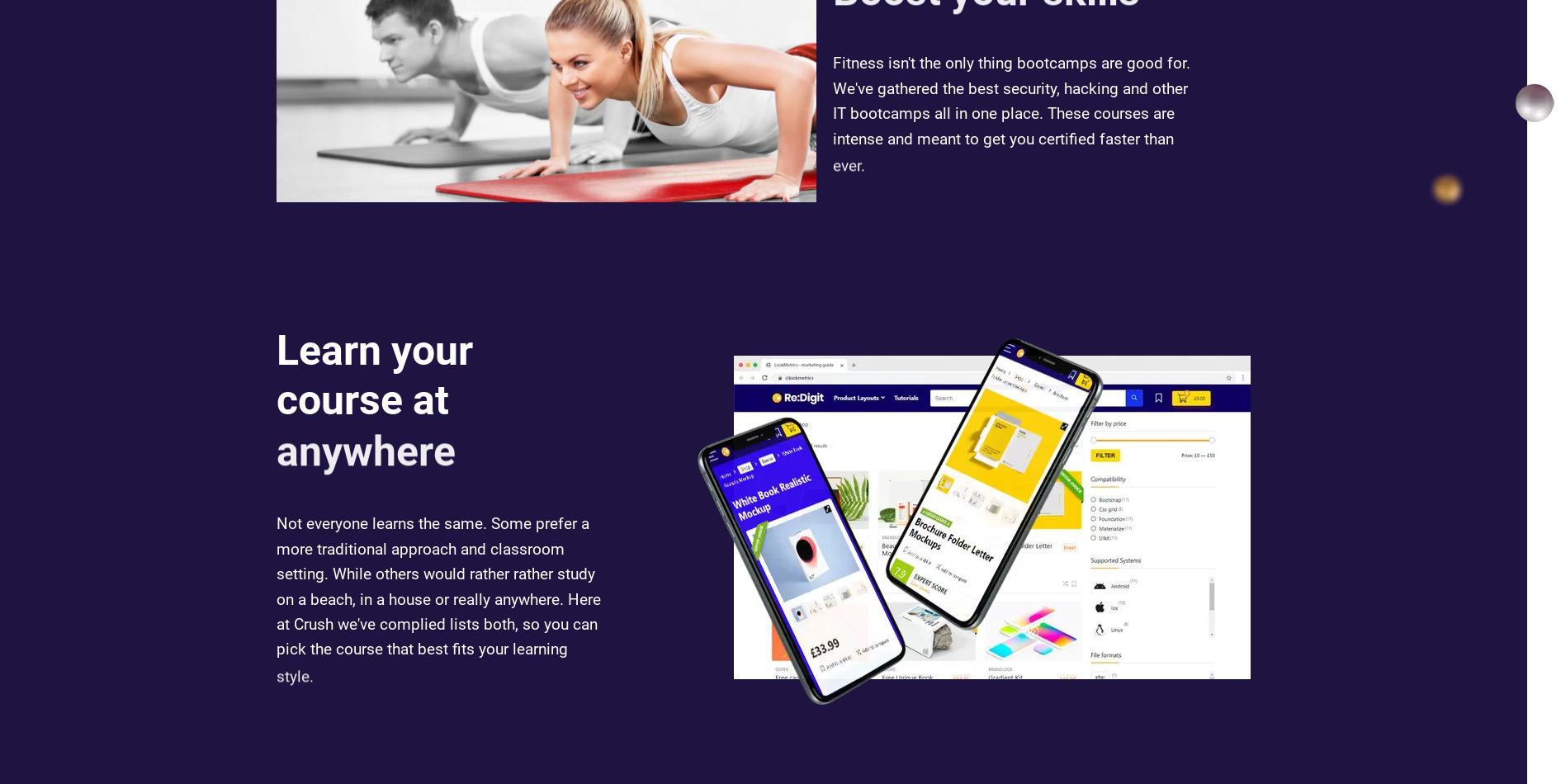 Image resolution: width=1561 pixels, height=784 pixels. Describe the element at coordinates (375, 374) in the screenshot. I see `'Learn your'` at that location.